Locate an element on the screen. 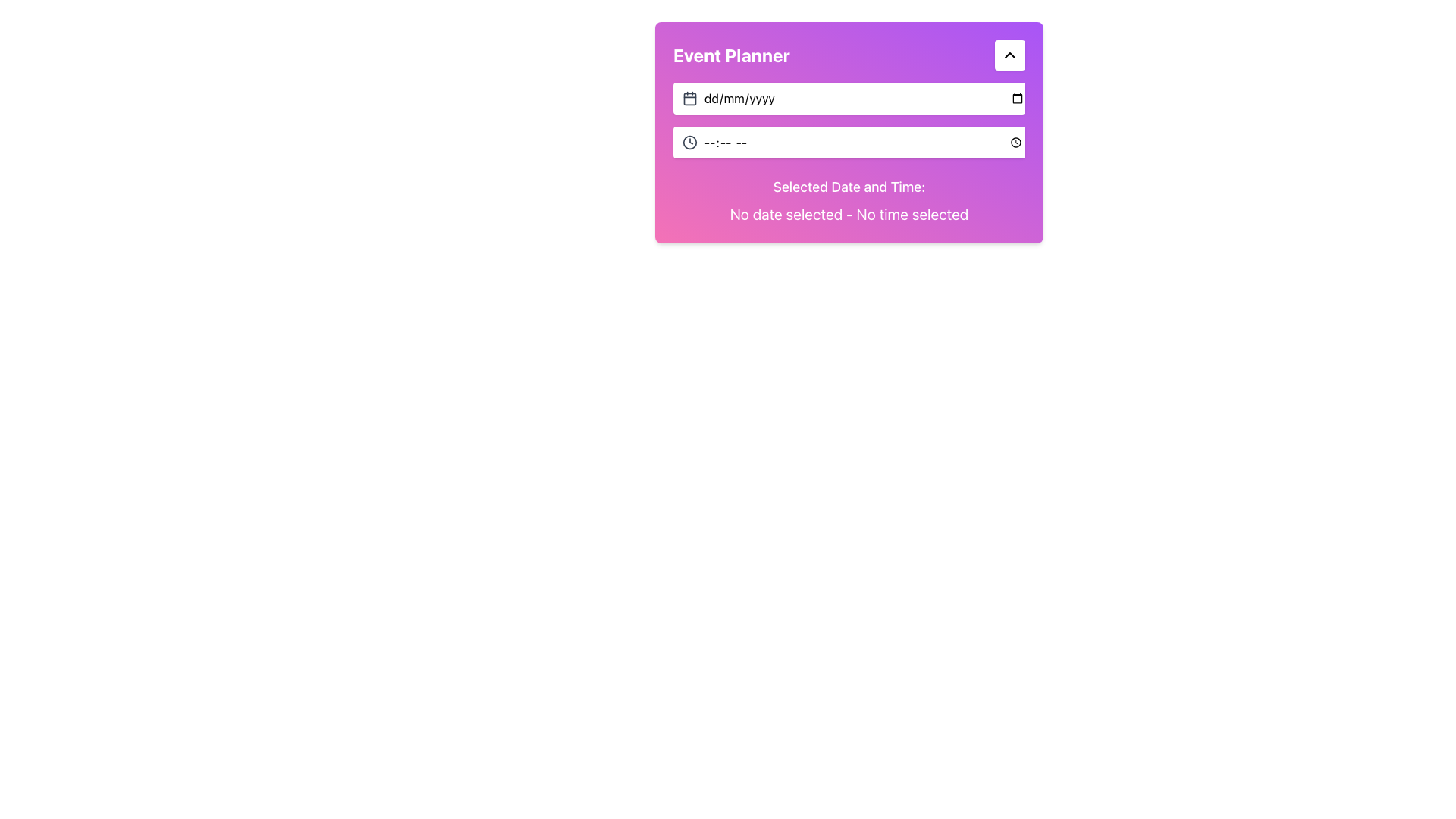 The height and width of the screenshot is (819, 1456). the bold text label displaying 'Event Planner' at the top center of the header section is located at coordinates (731, 55).